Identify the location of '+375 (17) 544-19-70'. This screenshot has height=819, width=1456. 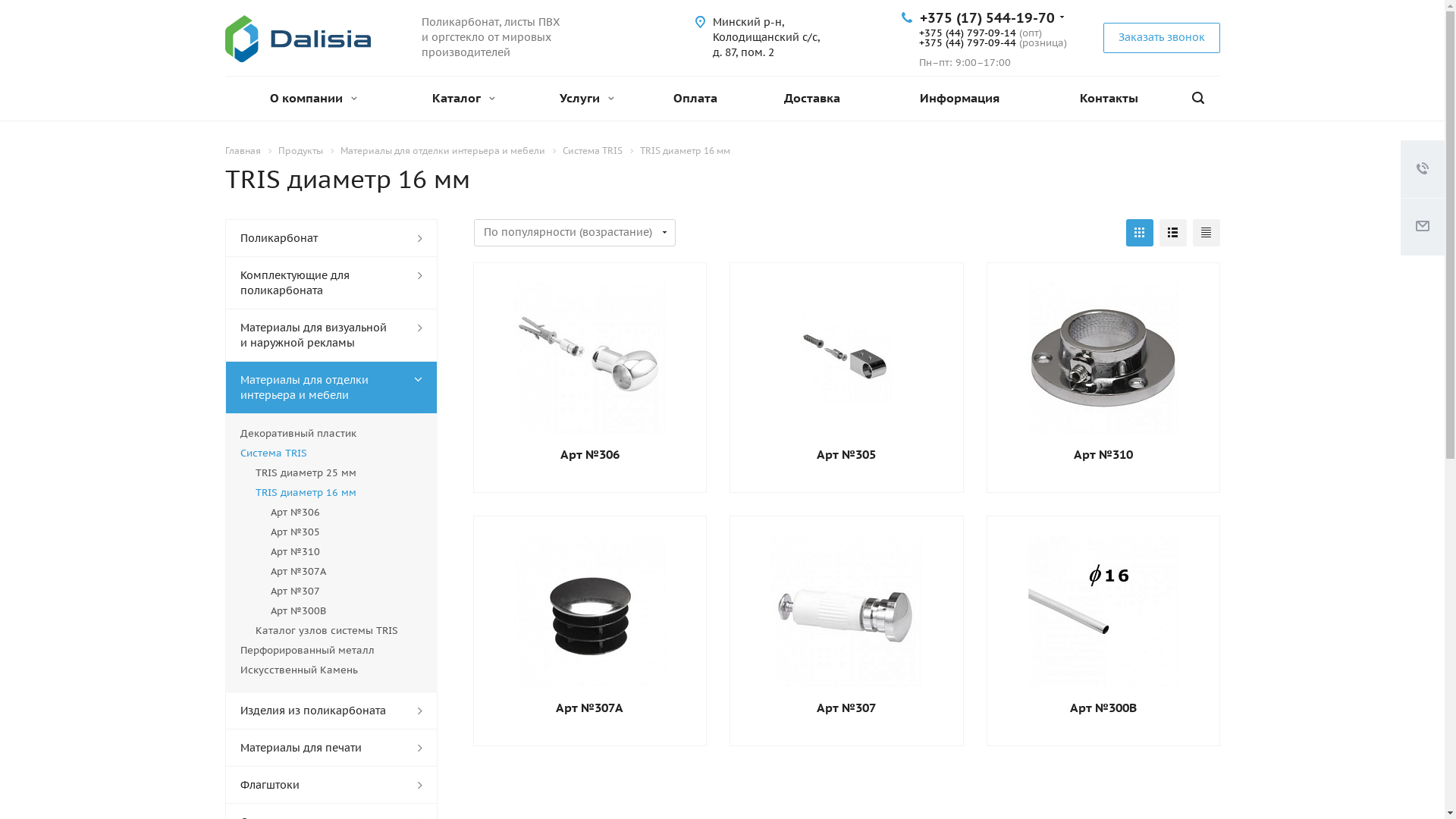
(986, 17).